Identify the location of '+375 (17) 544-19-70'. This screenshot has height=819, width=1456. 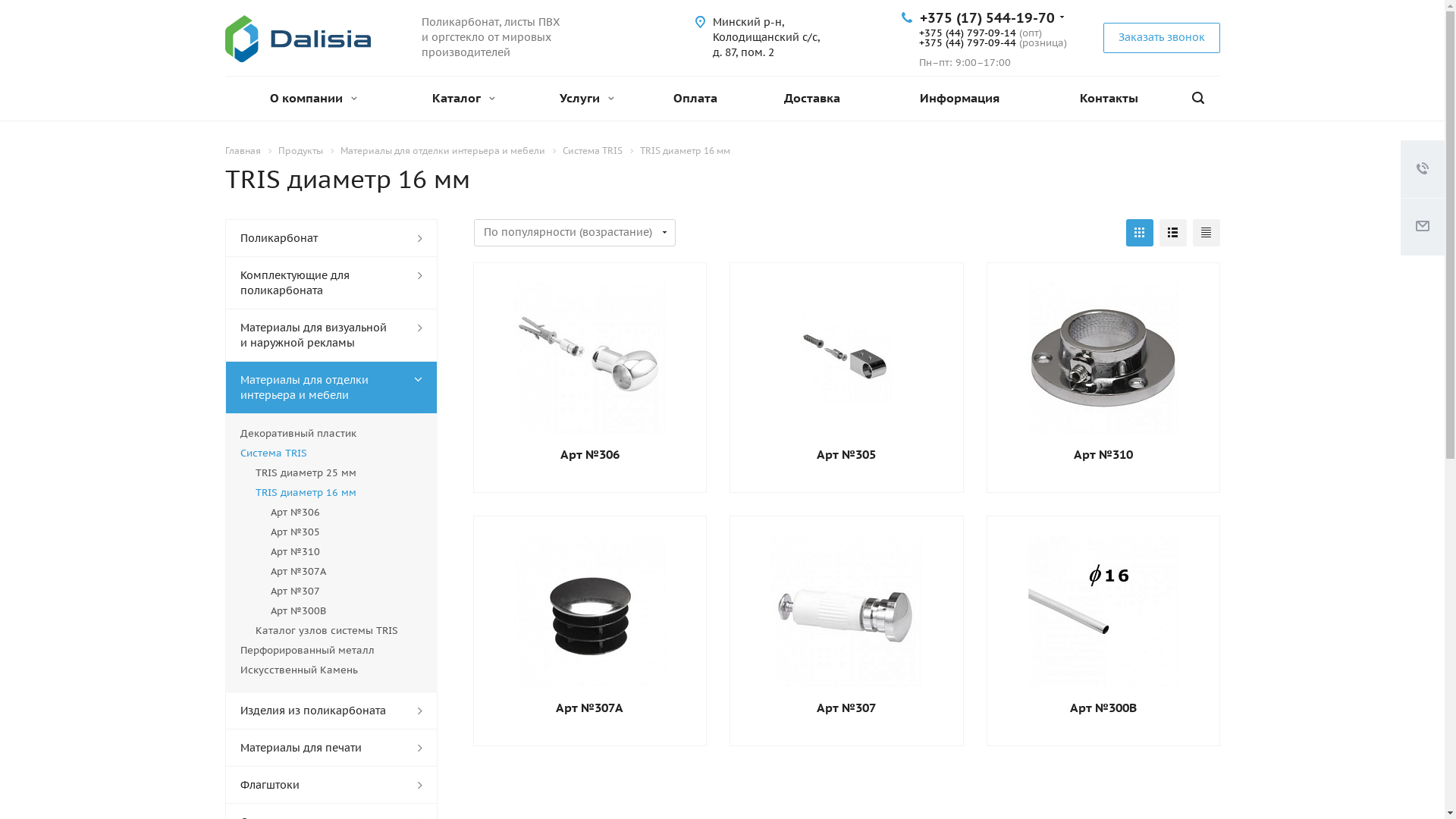
(986, 17).